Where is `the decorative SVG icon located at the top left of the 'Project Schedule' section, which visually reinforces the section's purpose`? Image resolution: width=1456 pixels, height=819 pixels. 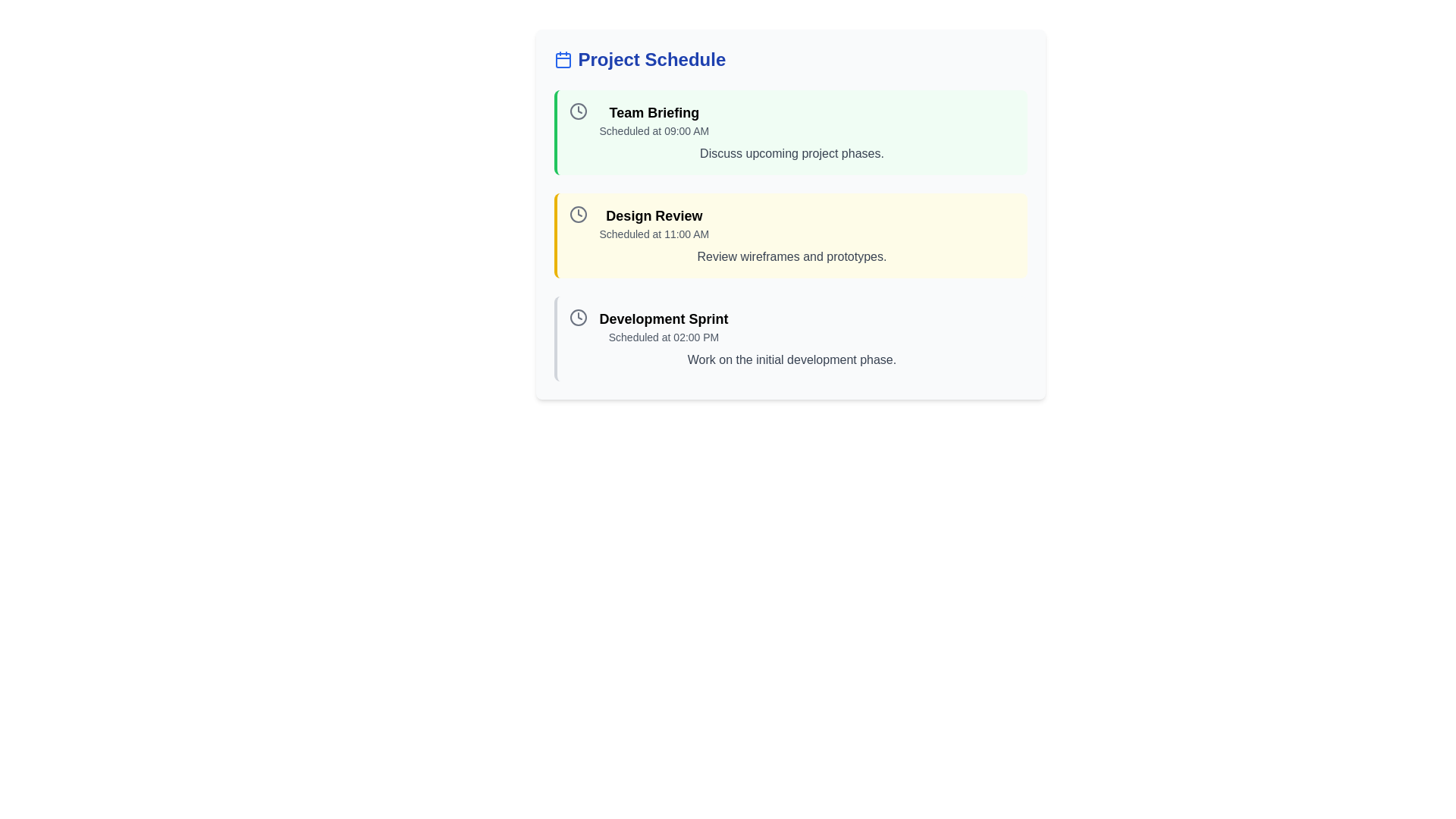
the decorative SVG icon located at the top left of the 'Project Schedule' section, which visually reinforces the section's purpose is located at coordinates (562, 58).